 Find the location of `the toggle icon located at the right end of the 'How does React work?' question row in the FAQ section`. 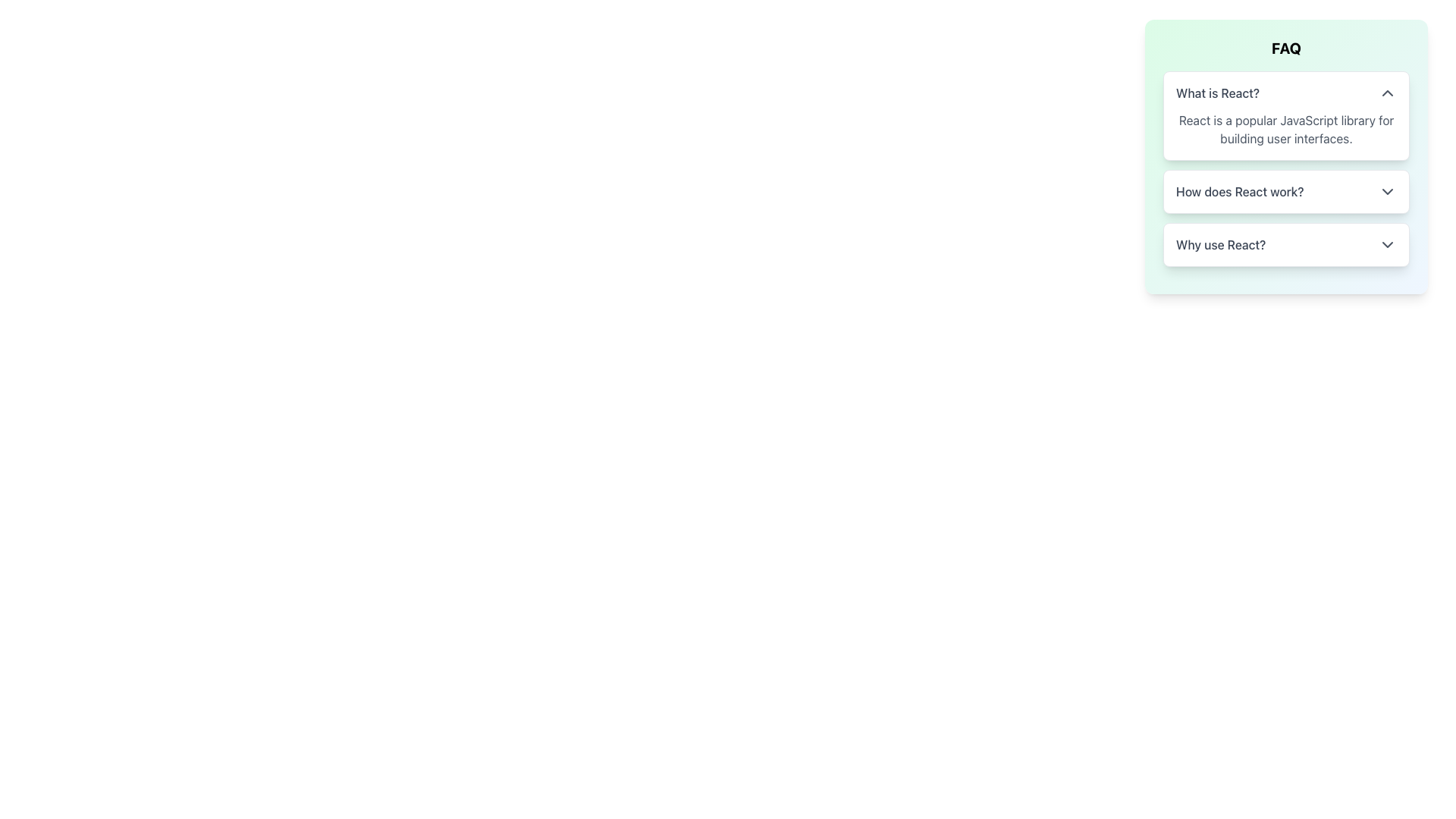

the toggle icon located at the right end of the 'How does React work?' question row in the FAQ section is located at coordinates (1387, 191).